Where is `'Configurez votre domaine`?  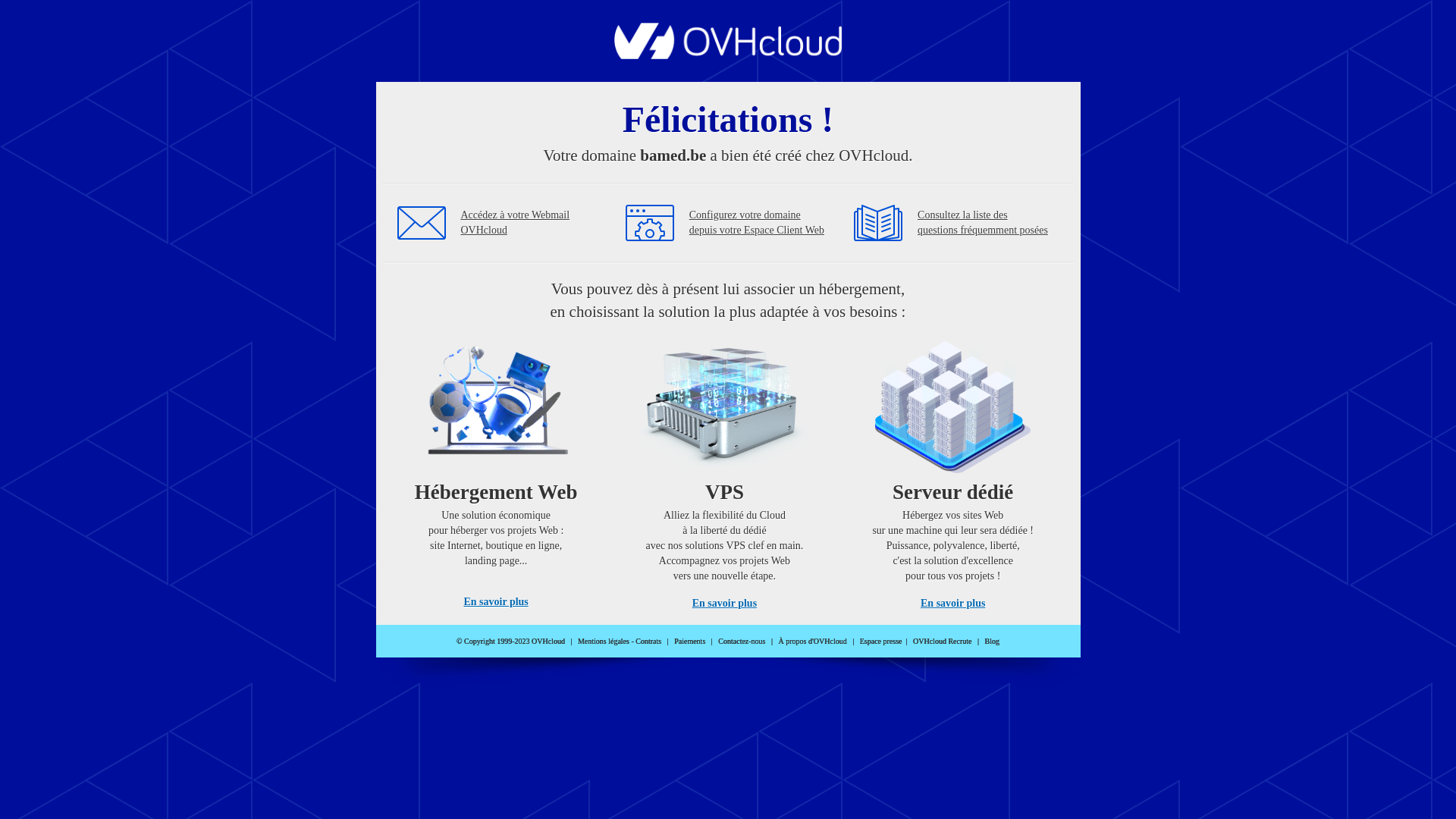 'Configurez votre domaine is located at coordinates (688, 222).